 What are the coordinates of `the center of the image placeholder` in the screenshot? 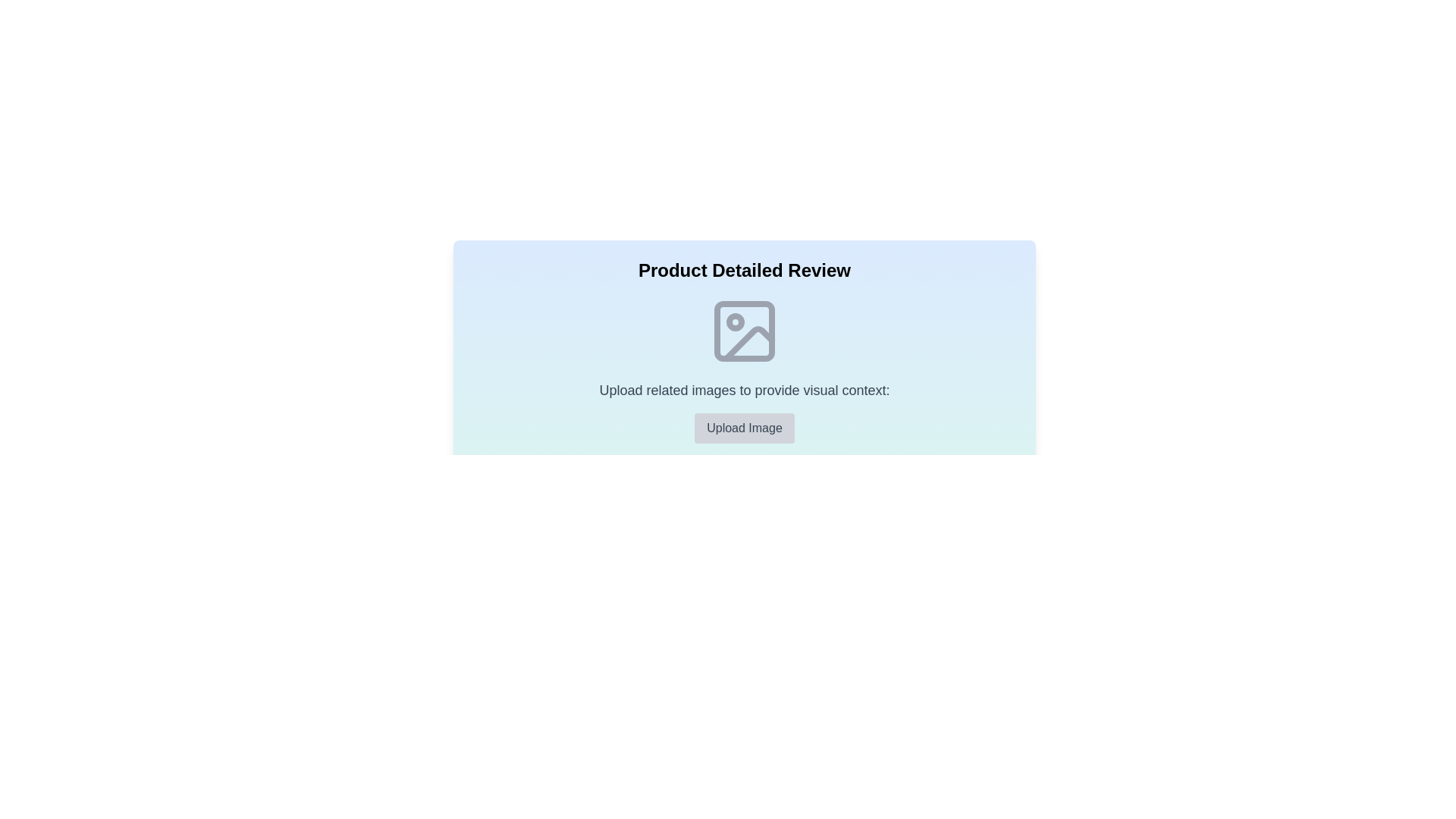 It's located at (745, 330).